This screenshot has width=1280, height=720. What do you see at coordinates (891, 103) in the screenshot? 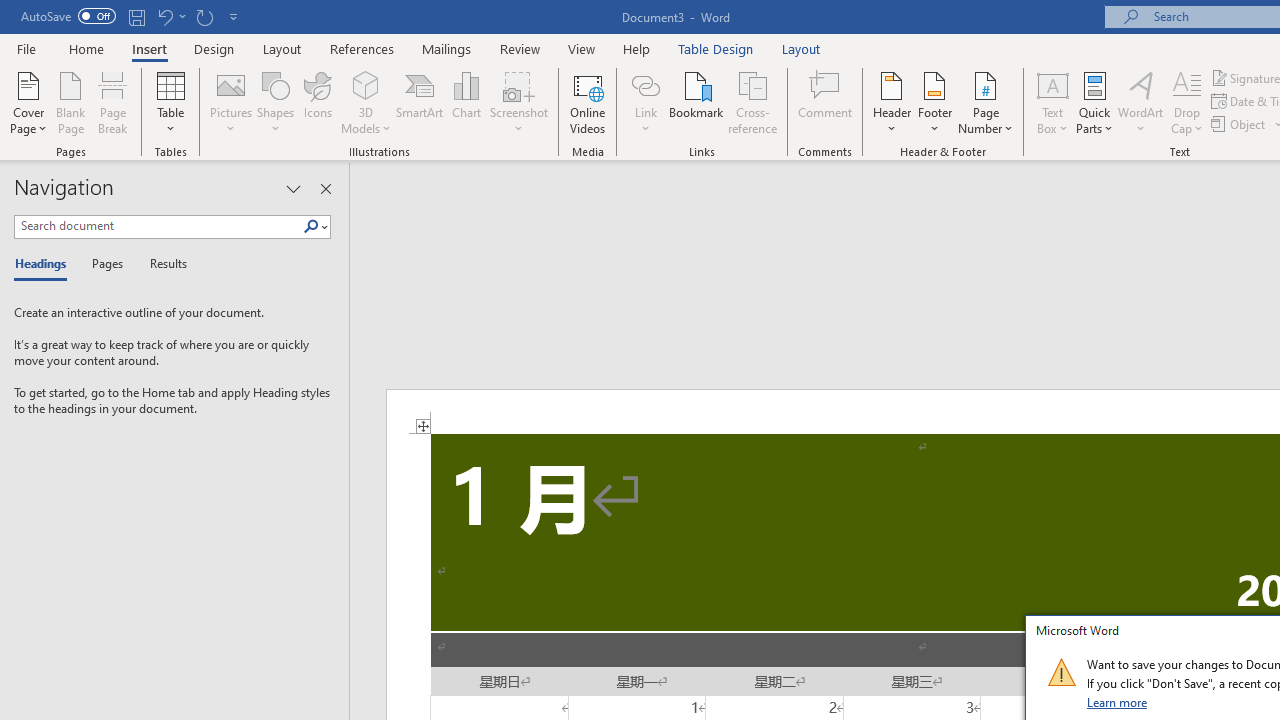
I see `'Header'` at bounding box center [891, 103].